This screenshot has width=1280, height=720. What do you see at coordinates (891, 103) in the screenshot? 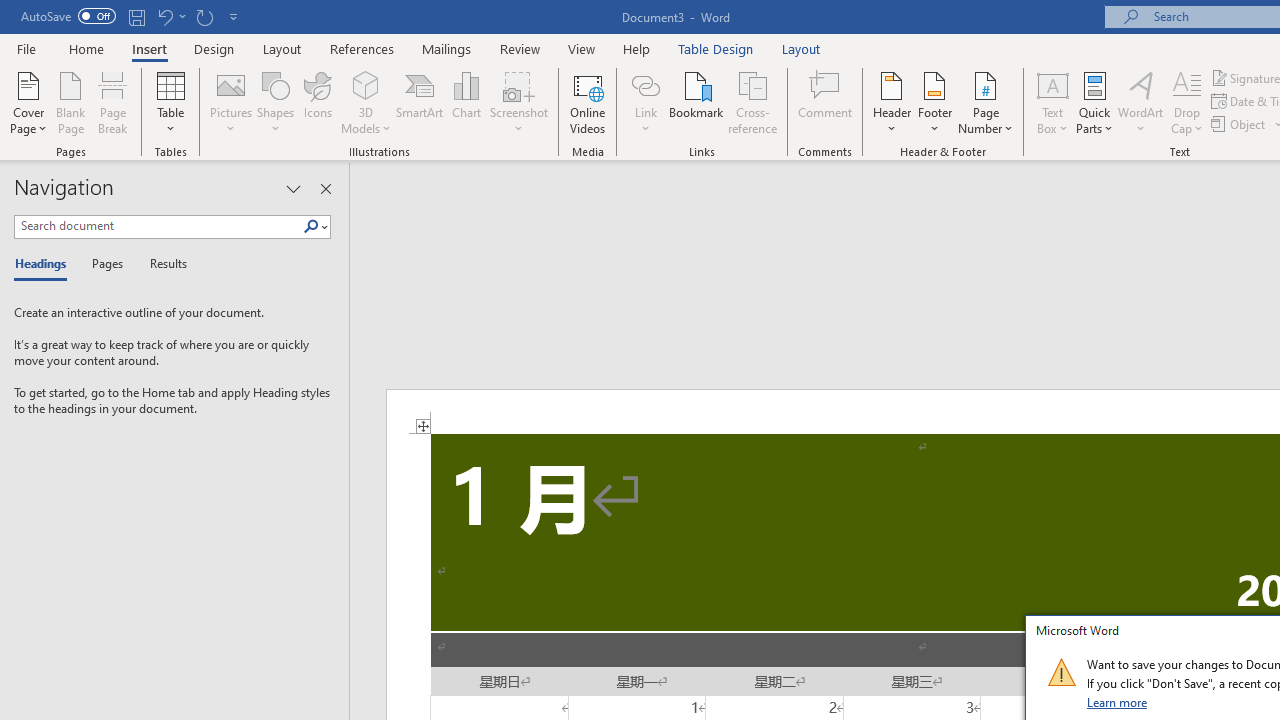
I see `'Header'` at bounding box center [891, 103].